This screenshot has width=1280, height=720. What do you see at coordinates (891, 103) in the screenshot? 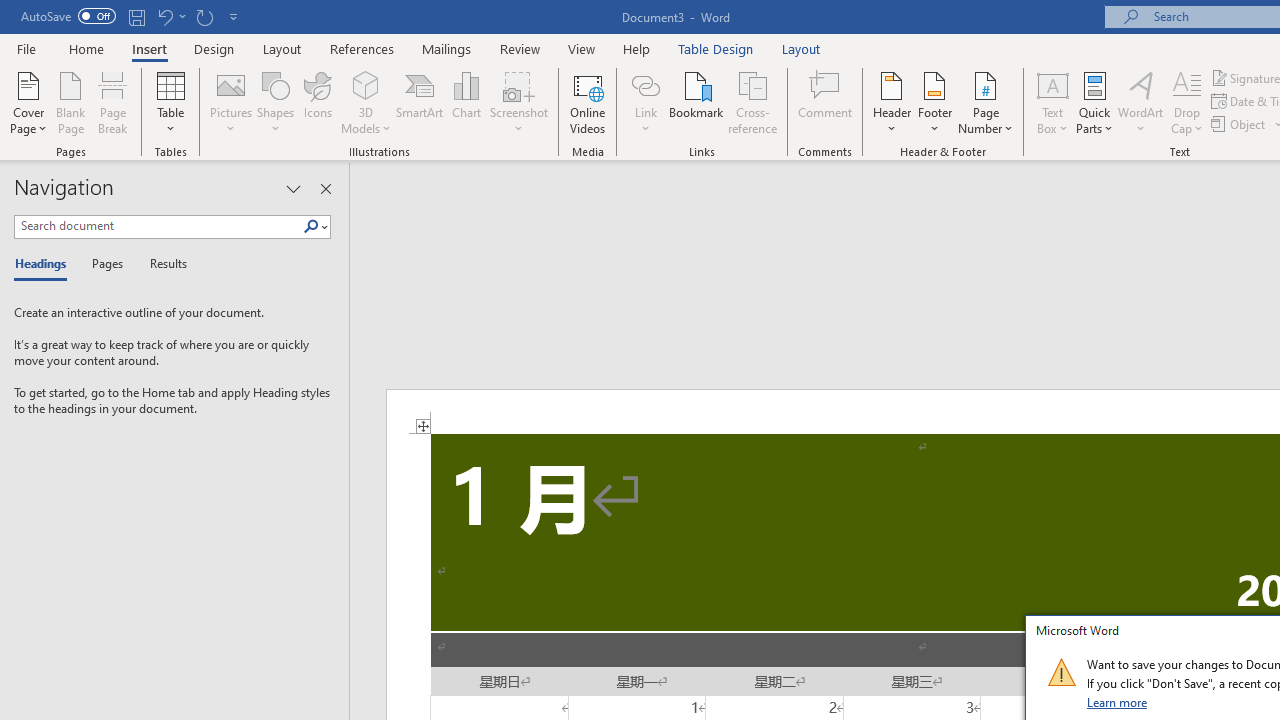
I see `'Header'` at bounding box center [891, 103].